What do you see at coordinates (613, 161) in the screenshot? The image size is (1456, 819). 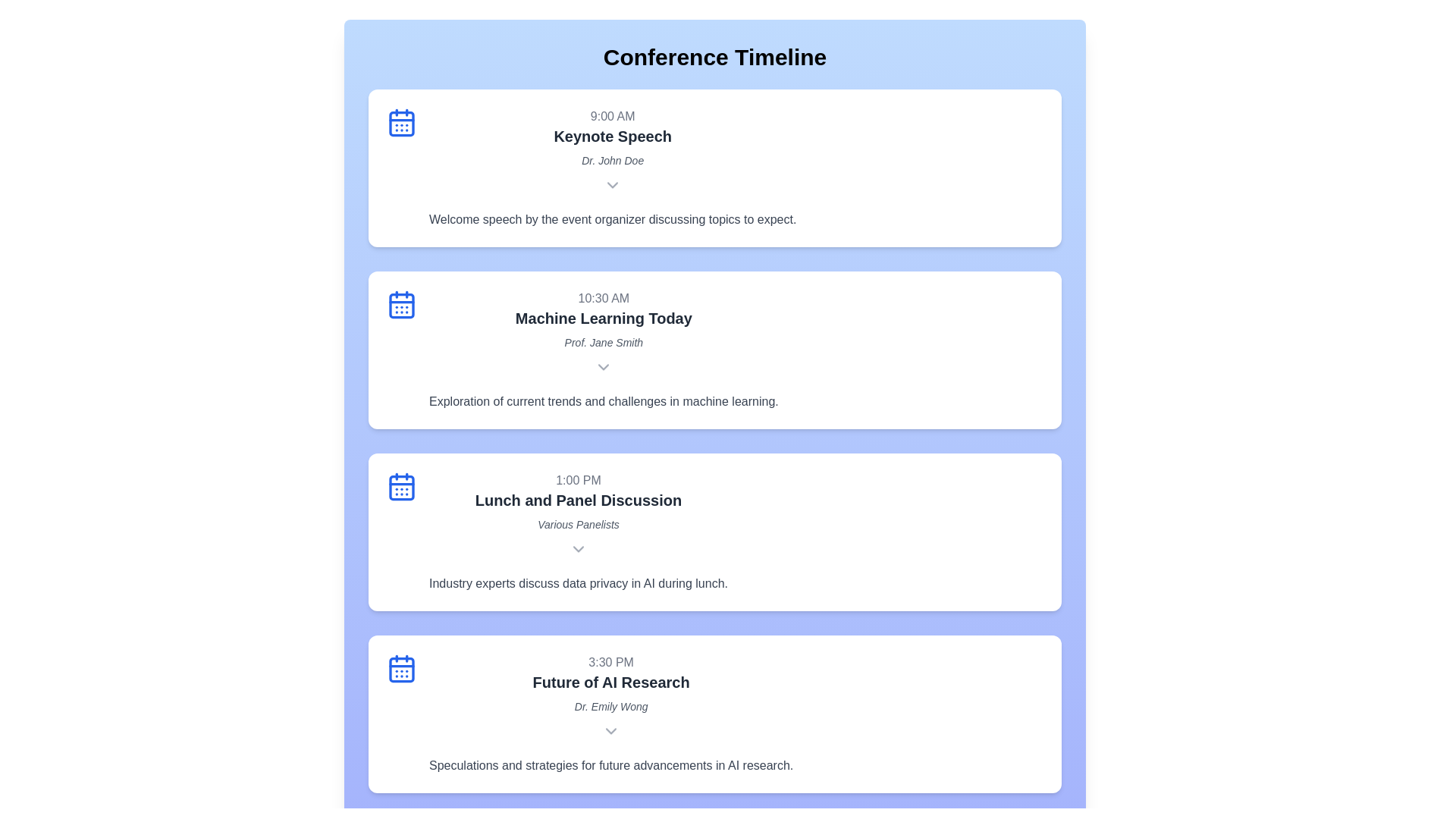 I see `the italicized text label displaying 'Dr. John Doe' located in the first timeline card beneath the title 'Keynote Speech' and above the descriptive text, following the time indicator '9:00 AM'` at bounding box center [613, 161].